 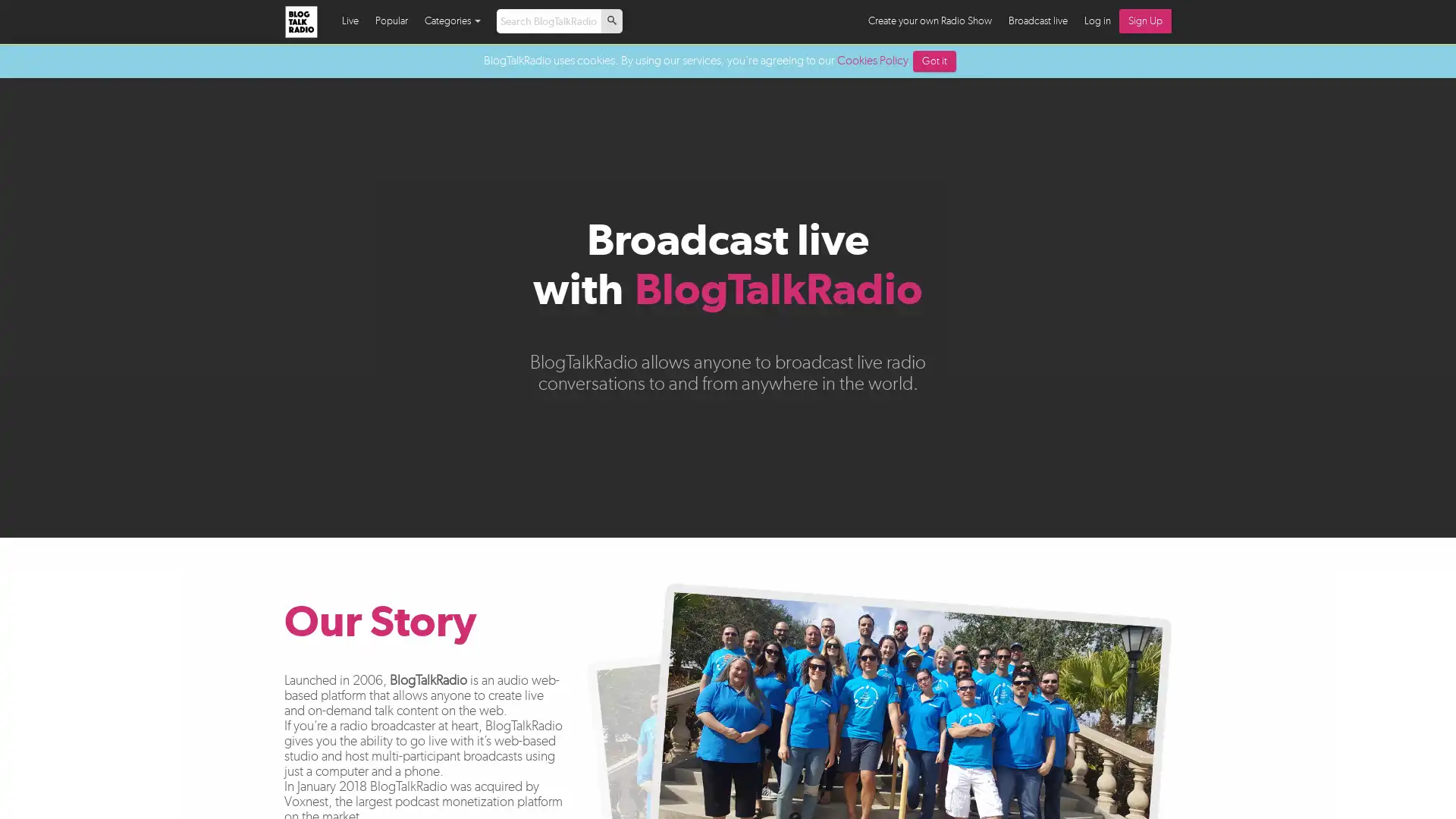 What do you see at coordinates (611, 20) in the screenshot?
I see `p` at bounding box center [611, 20].